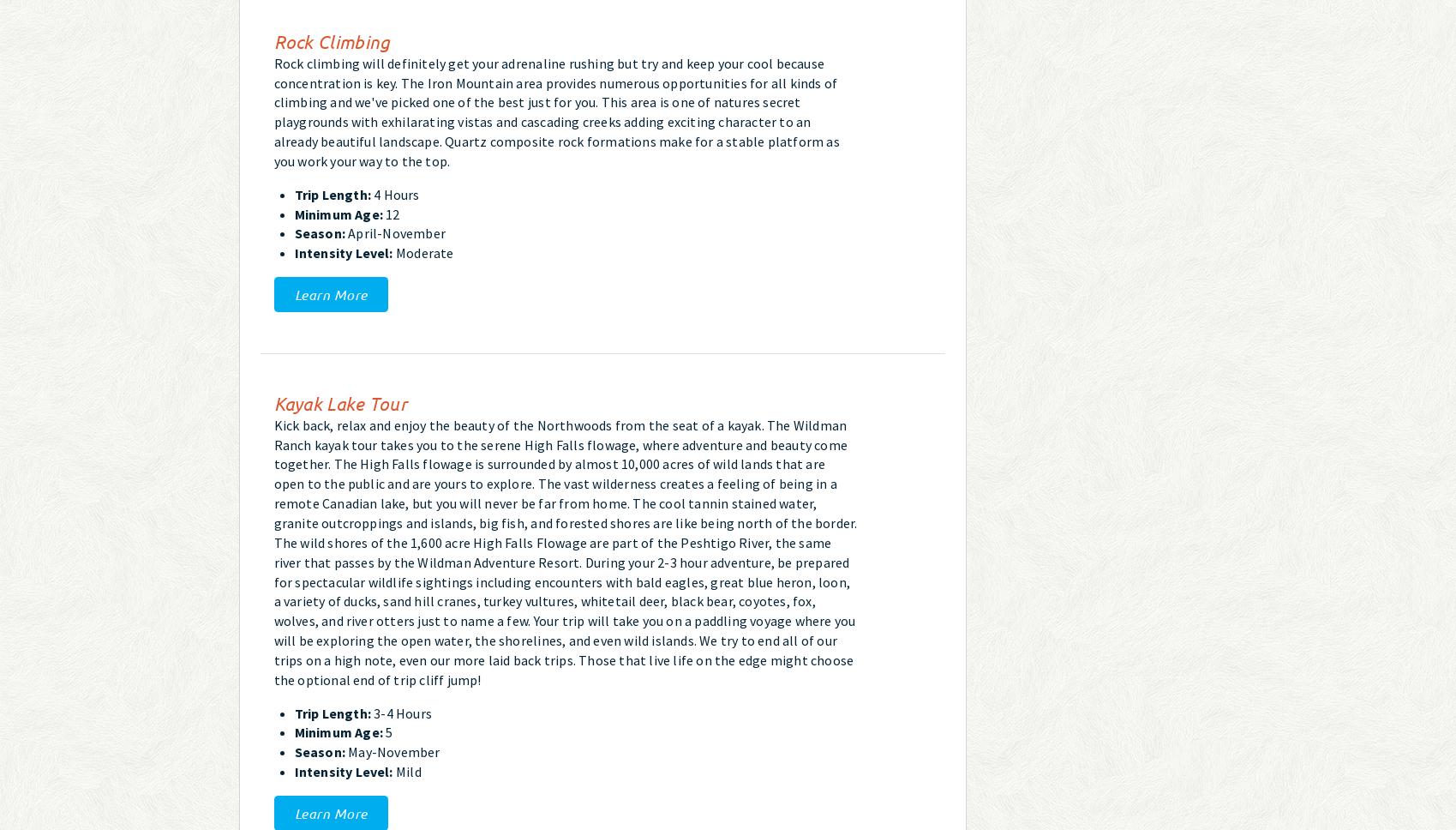  What do you see at coordinates (391, 213) in the screenshot?
I see `'12'` at bounding box center [391, 213].